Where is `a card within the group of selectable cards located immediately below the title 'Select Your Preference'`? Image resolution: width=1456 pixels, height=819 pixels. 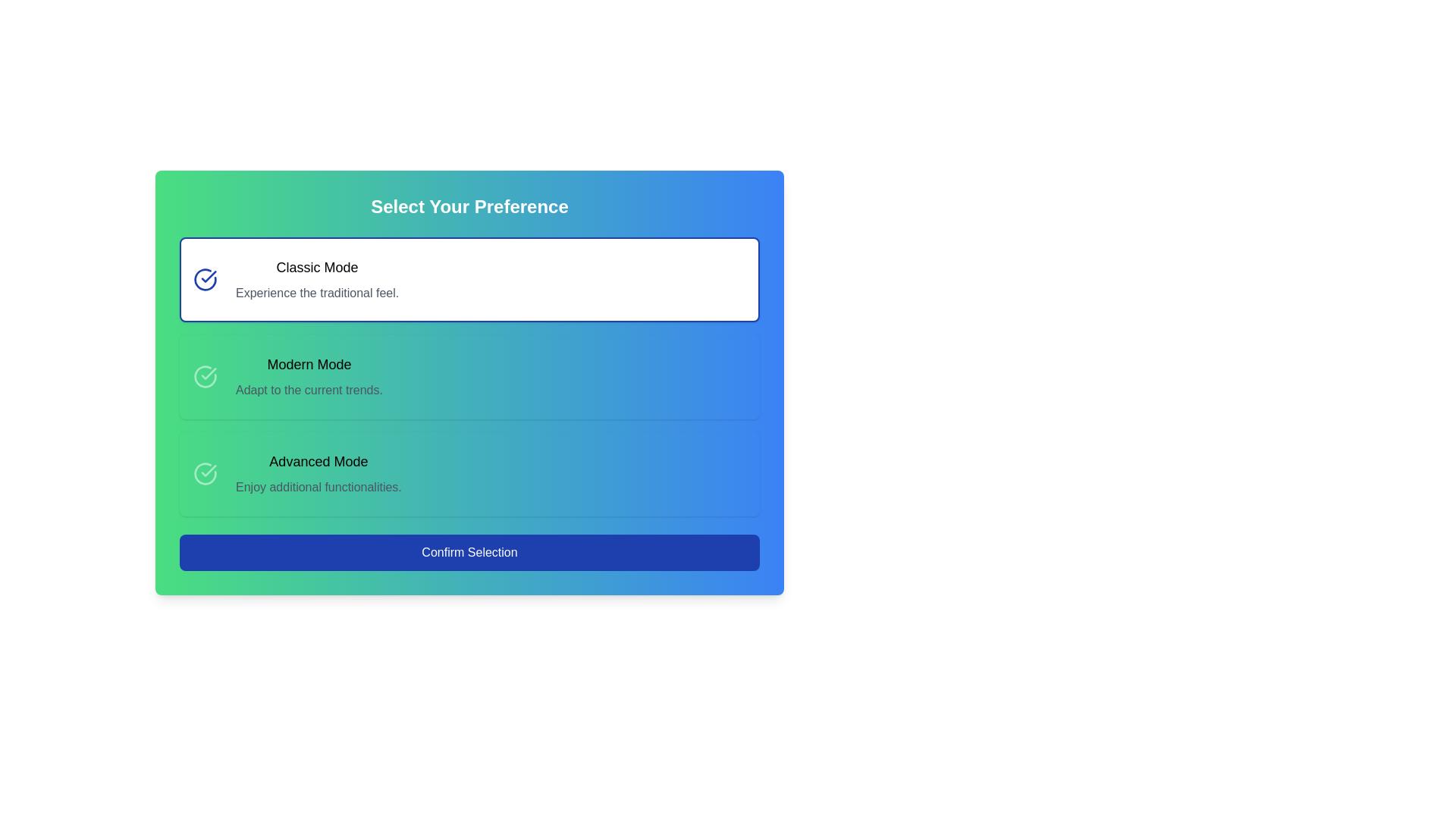
a card within the group of selectable cards located immediately below the title 'Select Your Preference' is located at coordinates (469, 376).